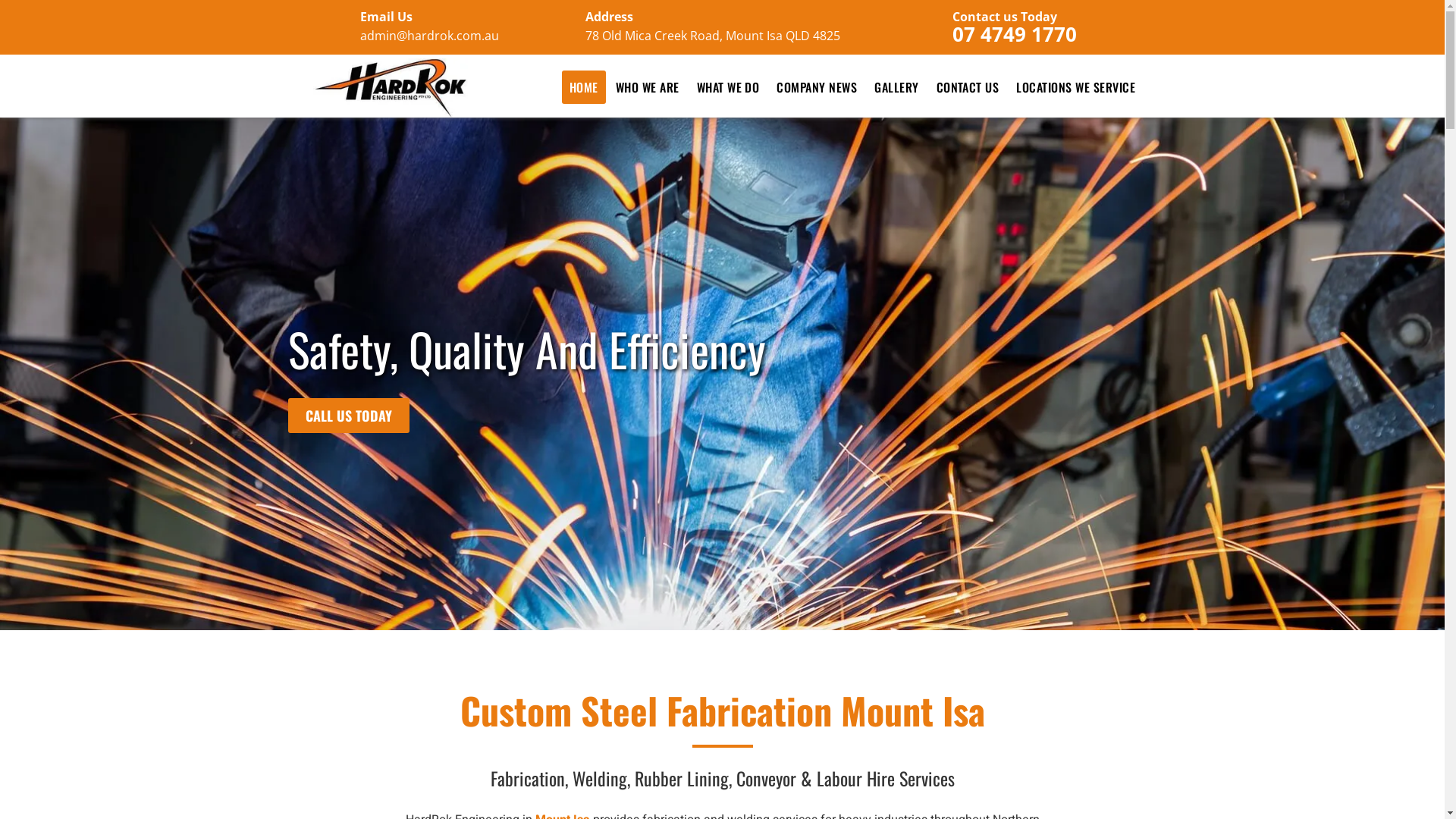 This screenshot has width=1456, height=819. I want to click on 'COMPANY NEWS', so click(815, 87).